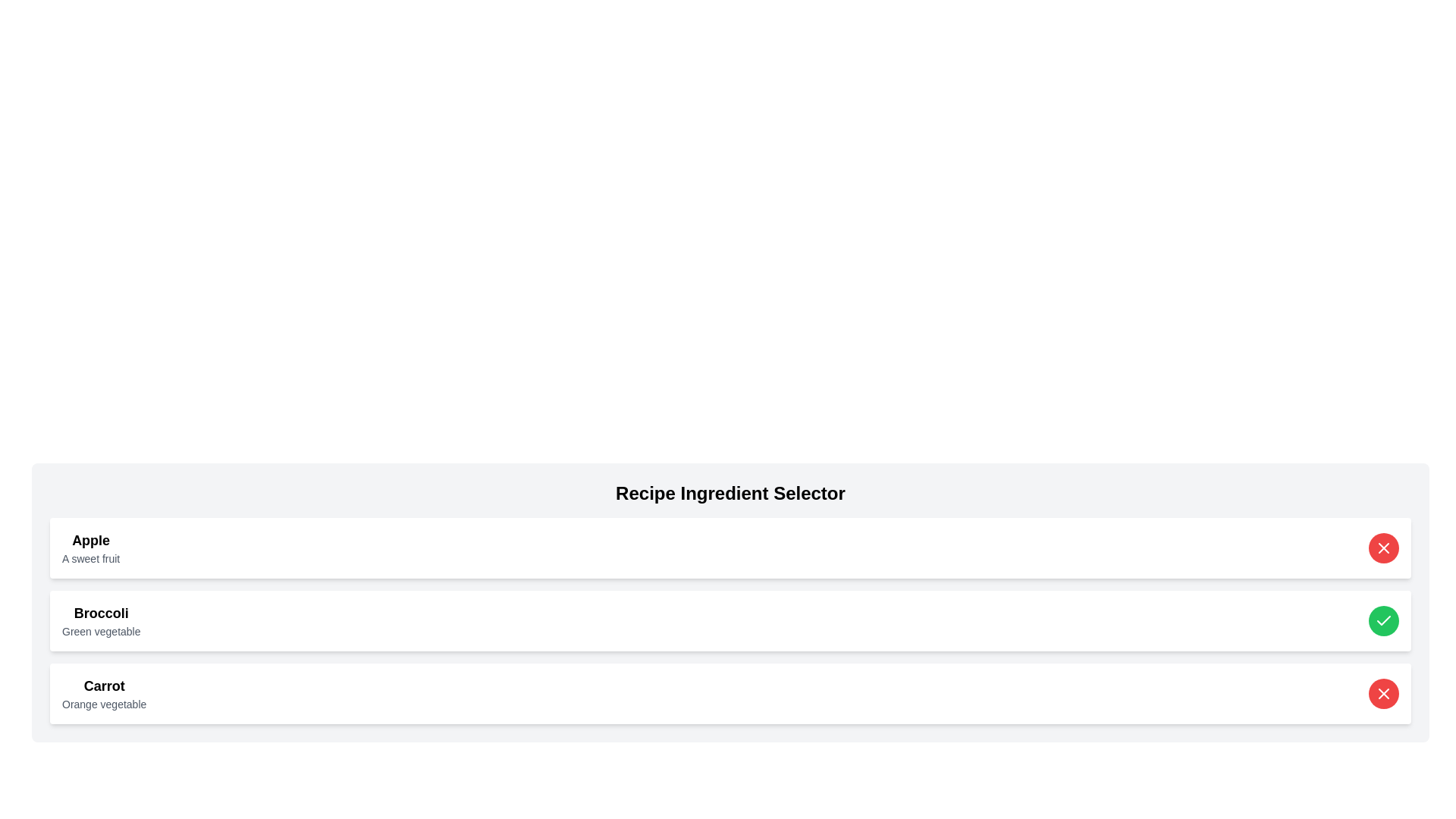  What do you see at coordinates (100, 613) in the screenshot?
I see `the text label displaying 'Broccoli' which is positioned in the second box of the ingredients selection list, above the description 'Green vegetable' and below 'Apple'` at bounding box center [100, 613].